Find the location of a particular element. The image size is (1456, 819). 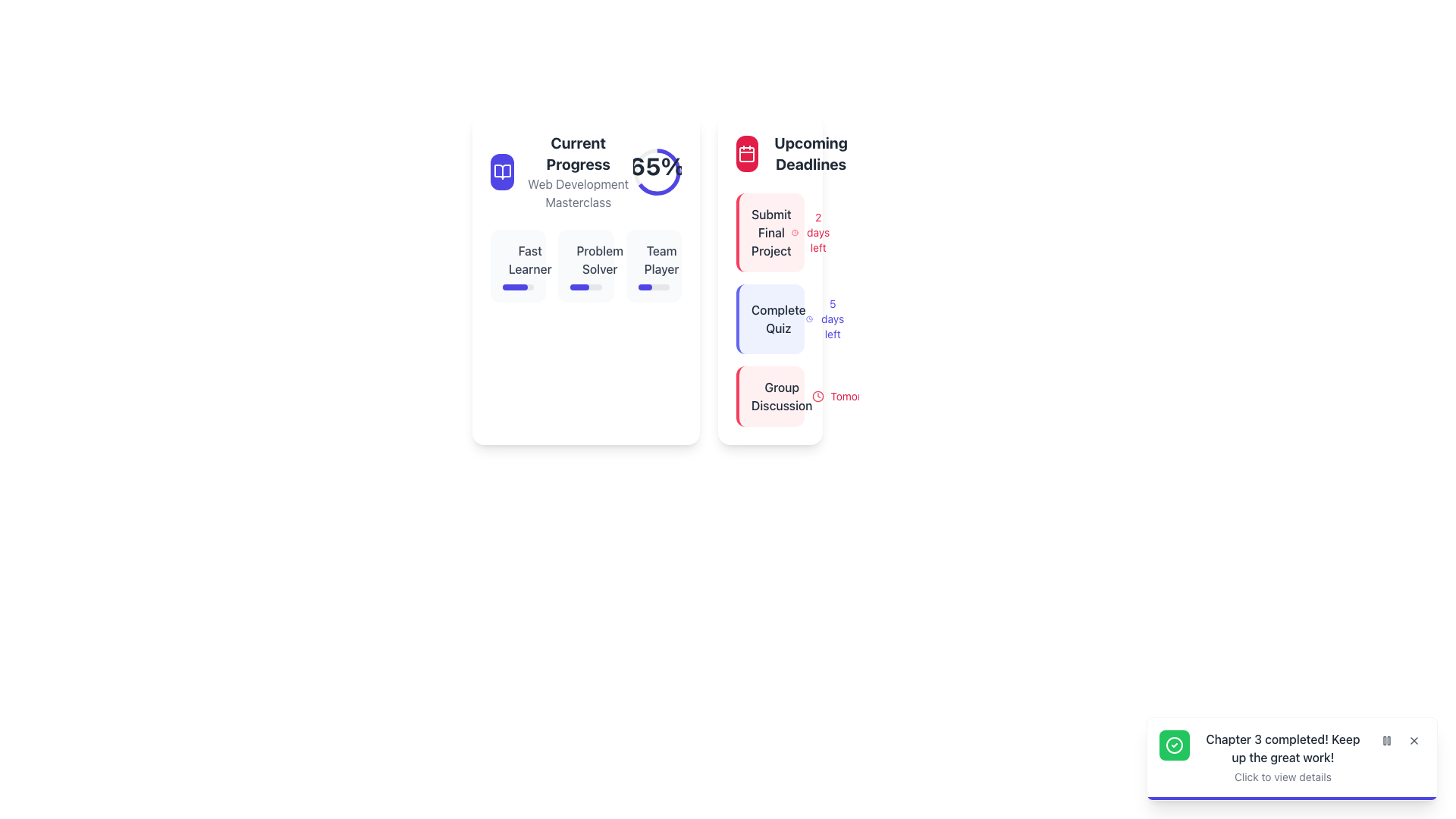

the first Text label in the vertically arranged list of descriptors within the 'Current Progress' card, which serves as a descriptor indicating a skill or quality is located at coordinates (518, 259).